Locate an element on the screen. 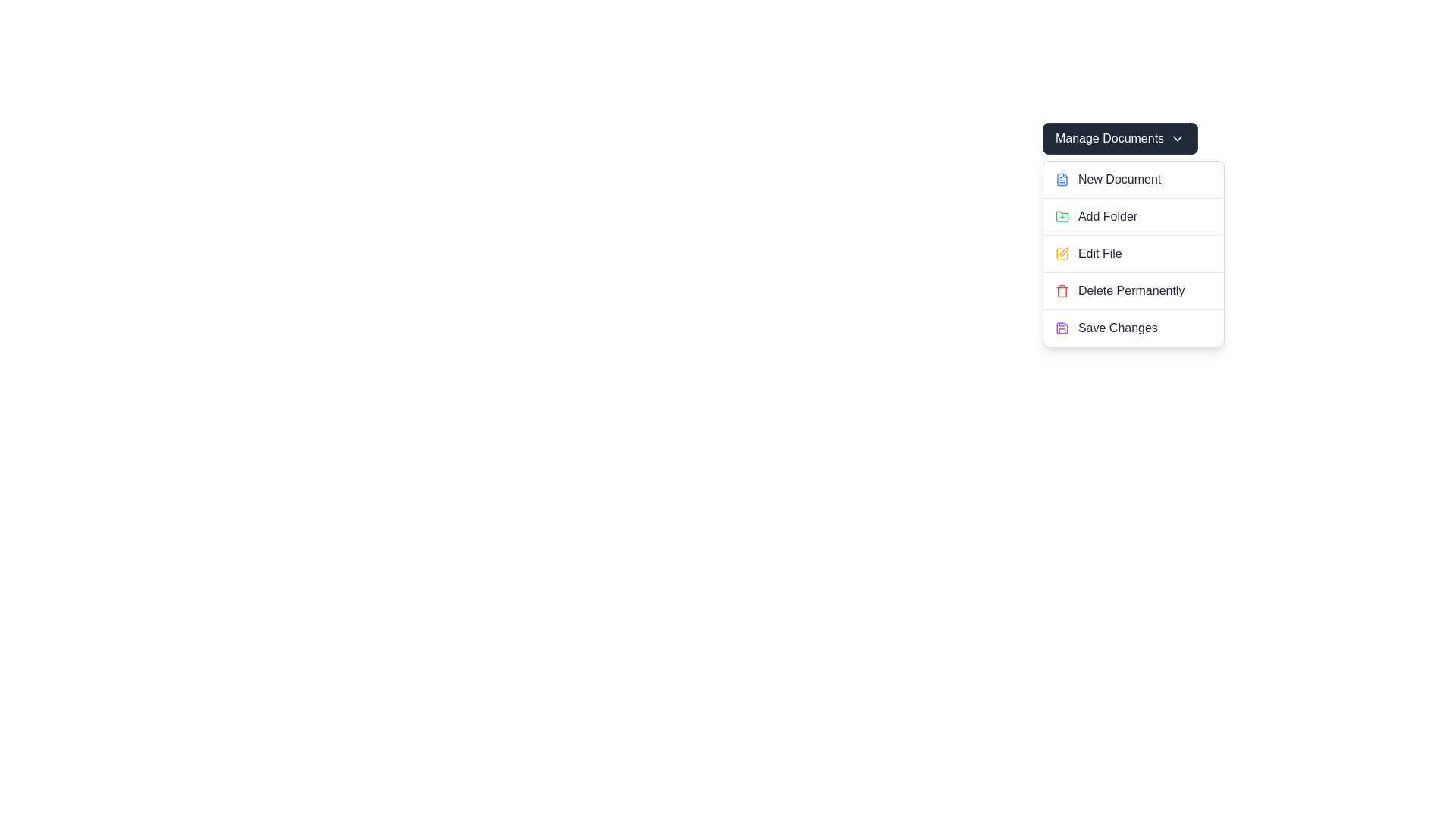 The image size is (1456, 819). the 'Edit File' icon in the dropdown menu, which is positioned to the left of the 'Edit File' text is located at coordinates (1061, 253).